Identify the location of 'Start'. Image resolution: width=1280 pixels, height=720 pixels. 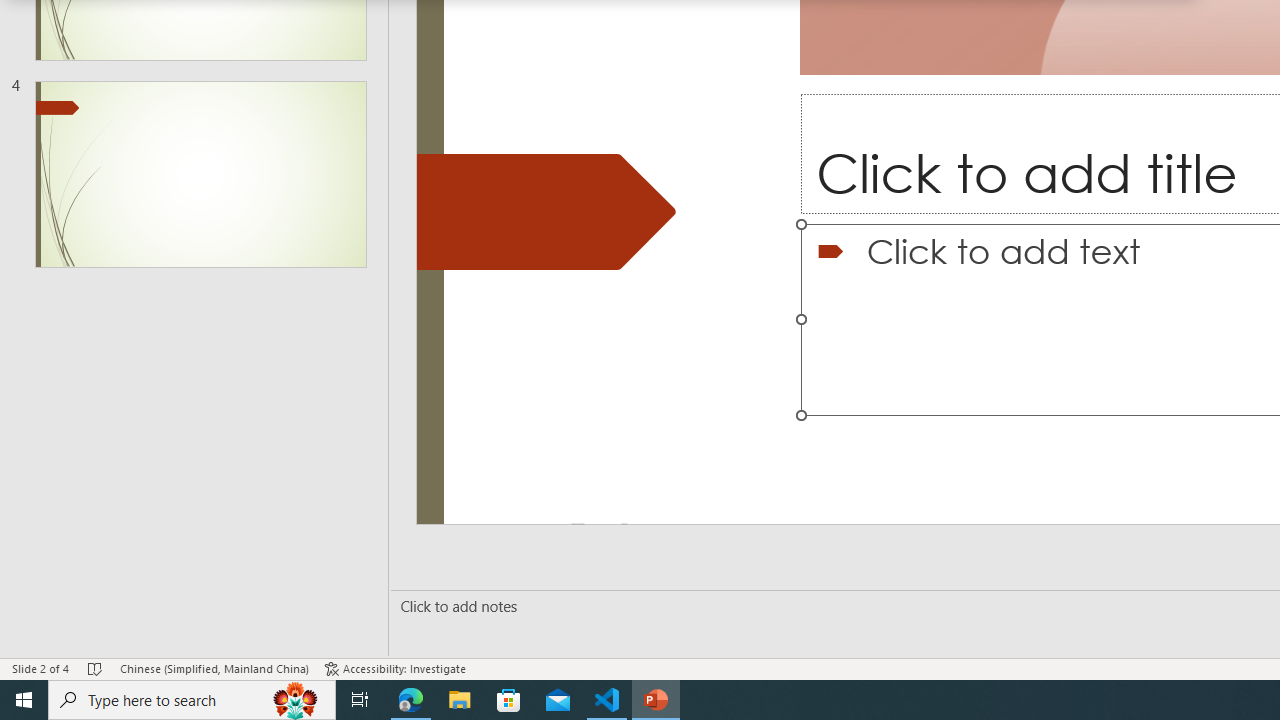
(24, 698).